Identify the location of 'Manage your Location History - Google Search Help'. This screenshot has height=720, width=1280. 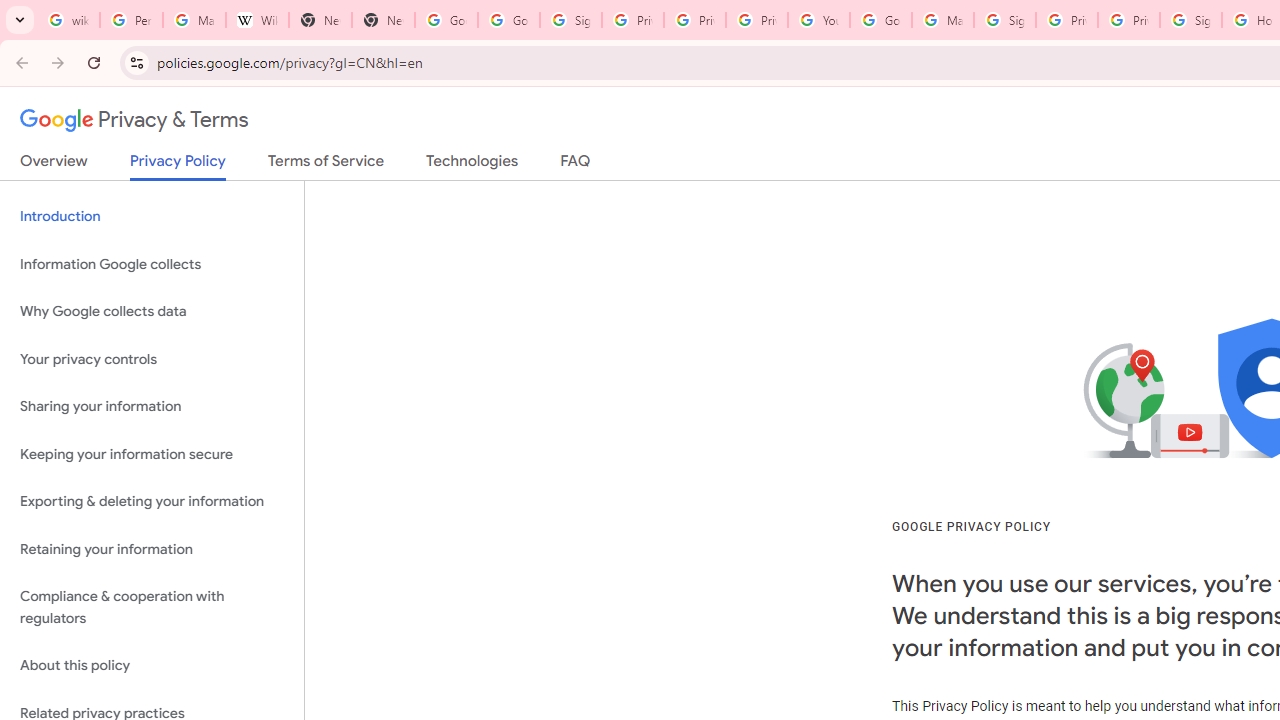
(194, 20).